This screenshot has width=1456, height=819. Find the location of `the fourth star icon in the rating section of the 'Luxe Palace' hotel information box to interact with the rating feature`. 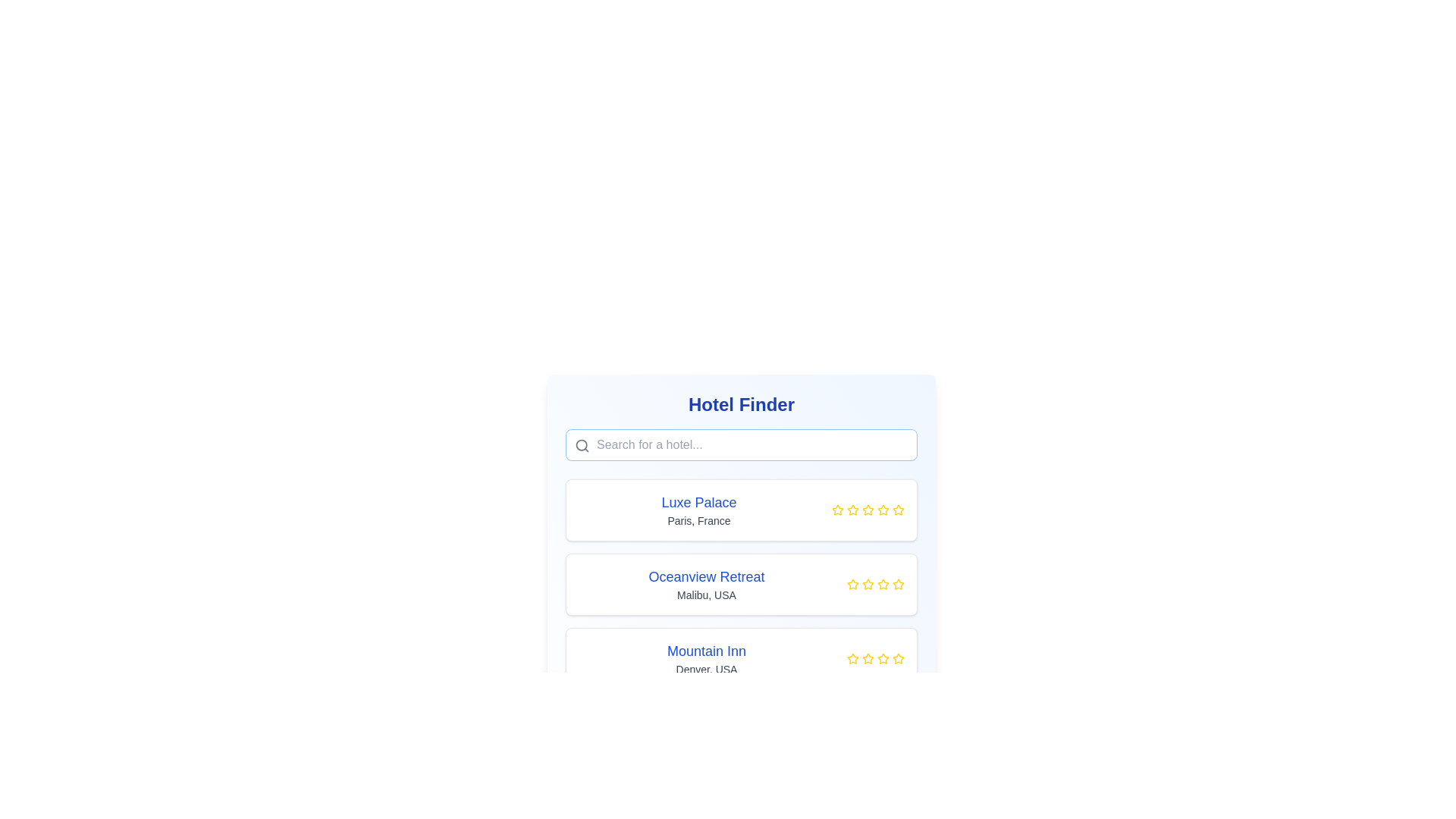

the fourth star icon in the rating section of the 'Luxe Palace' hotel information box to interact with the rating feature is located at coordinates (899, 510).